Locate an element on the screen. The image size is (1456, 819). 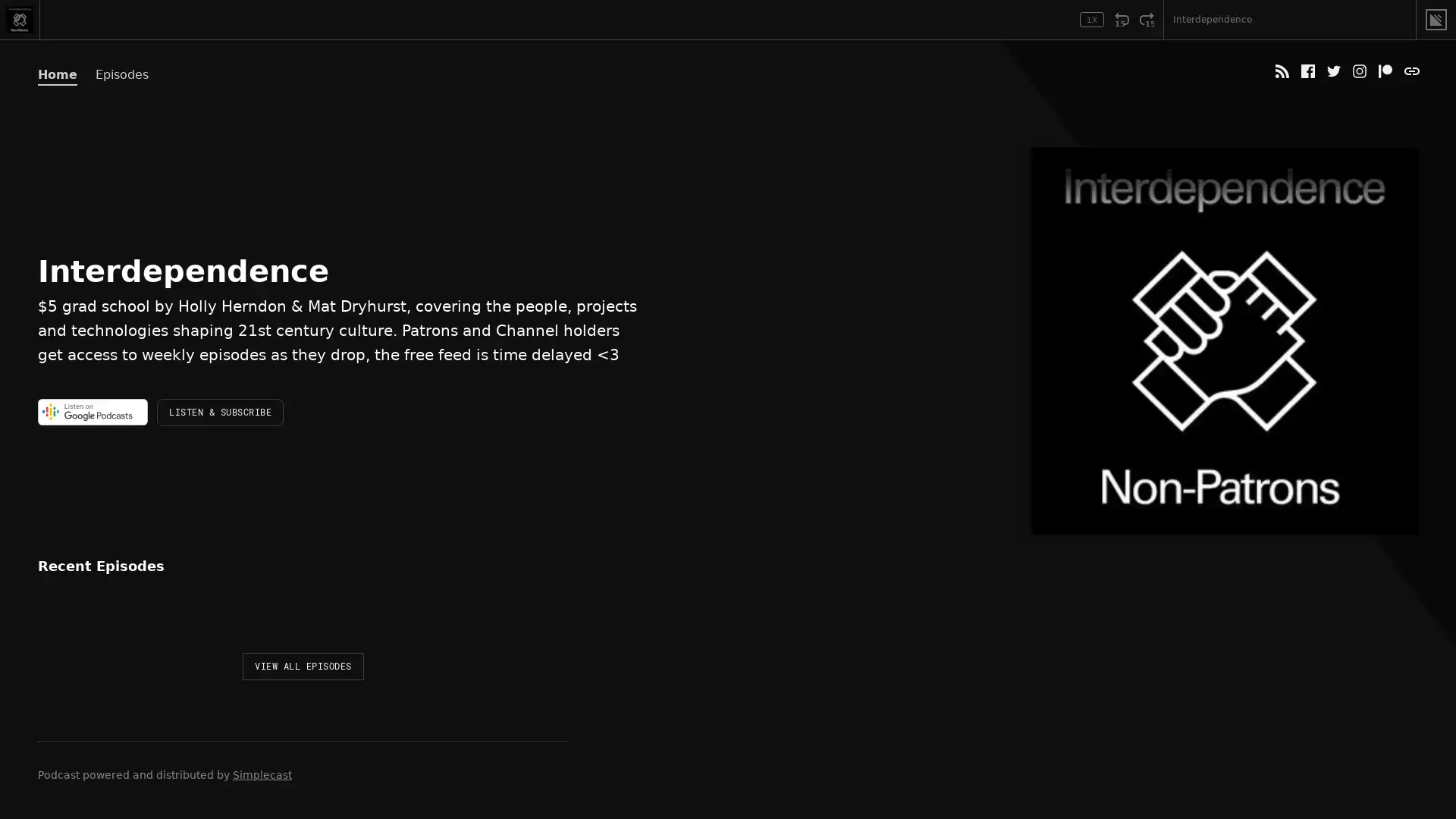
Play is located at coordinates (58, 20).